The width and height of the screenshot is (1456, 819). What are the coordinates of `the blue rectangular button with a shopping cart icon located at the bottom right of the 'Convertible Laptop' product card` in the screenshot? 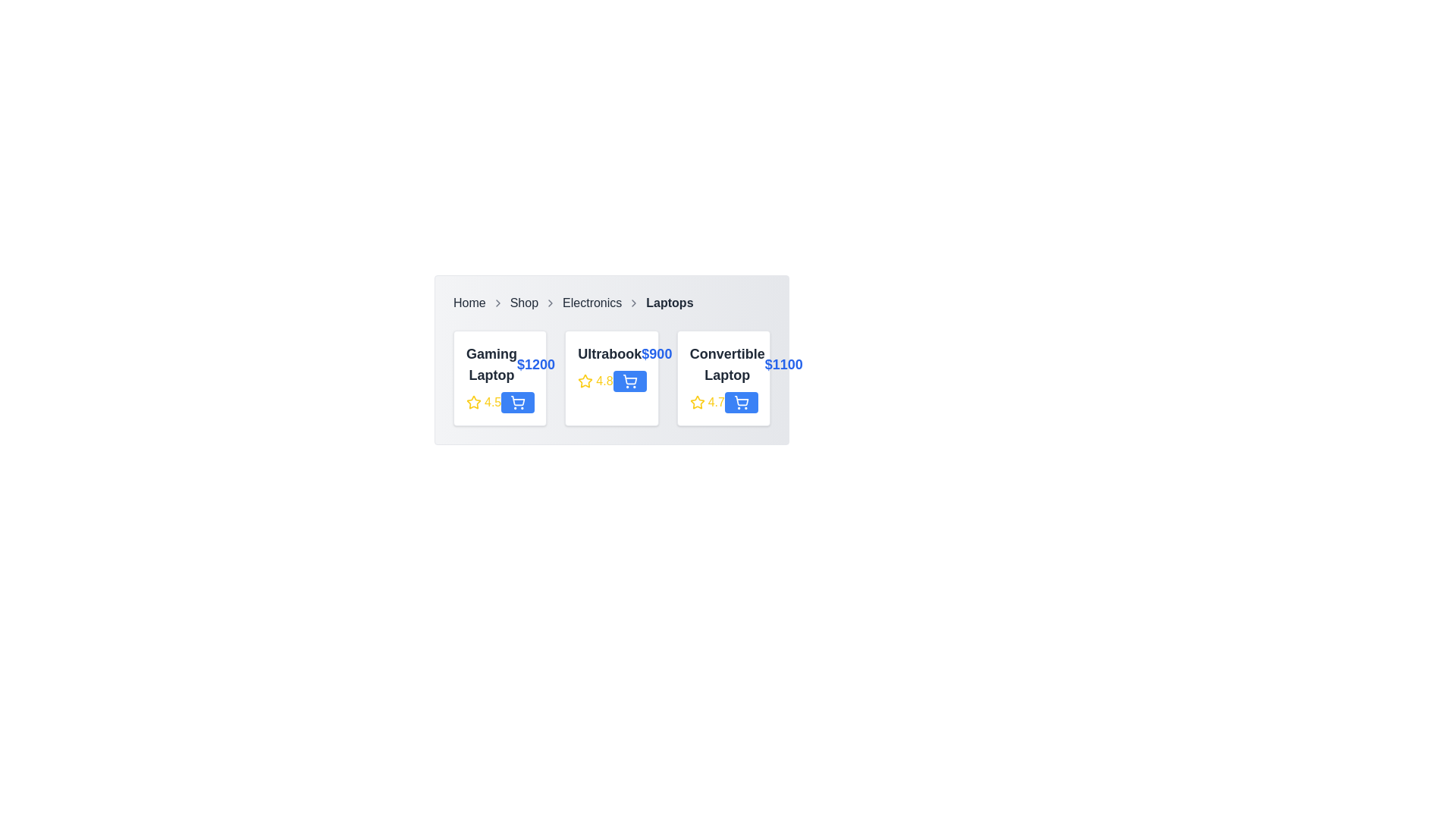 It's located at (741, 402).